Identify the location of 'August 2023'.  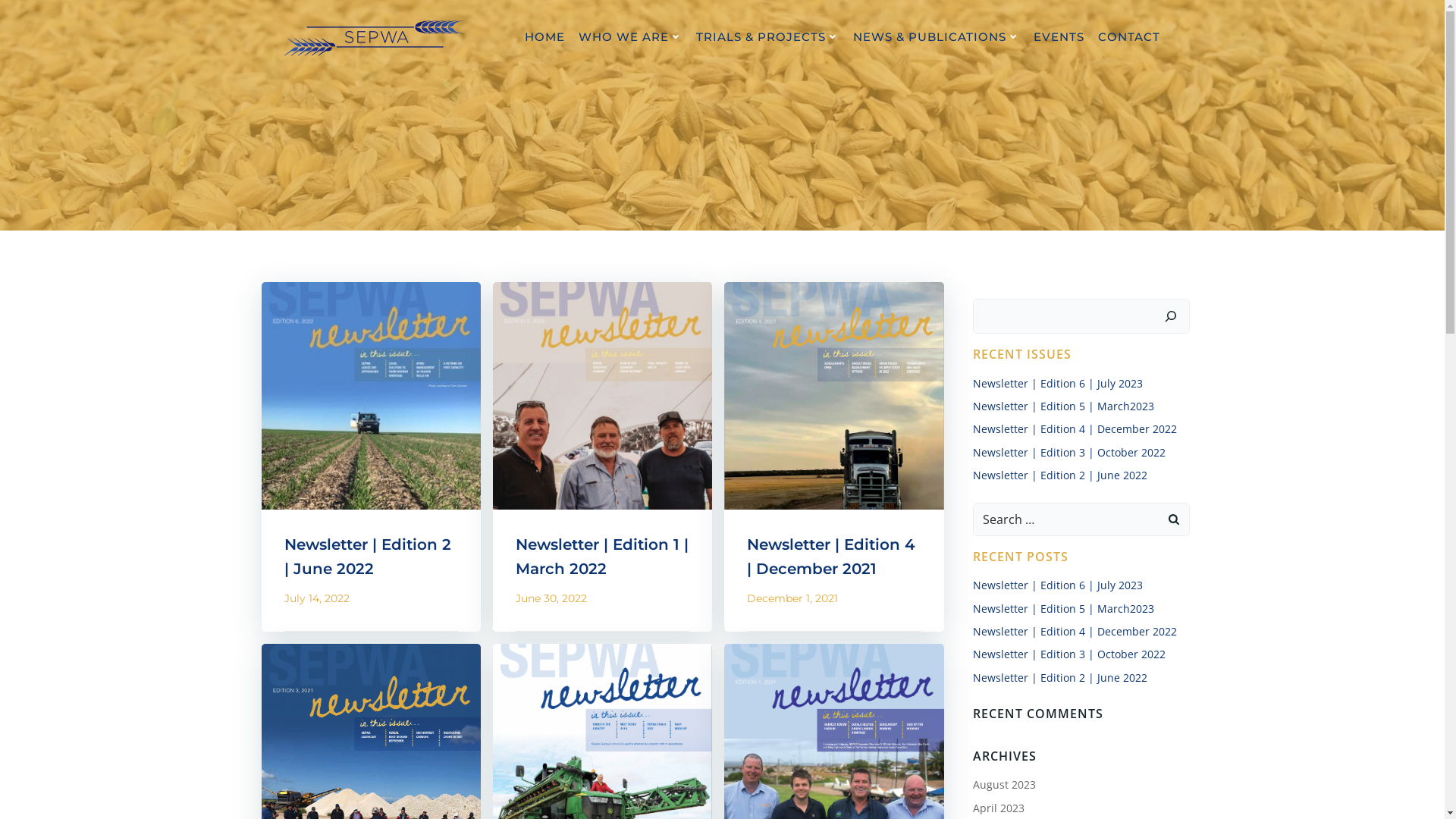
(1004, 784).